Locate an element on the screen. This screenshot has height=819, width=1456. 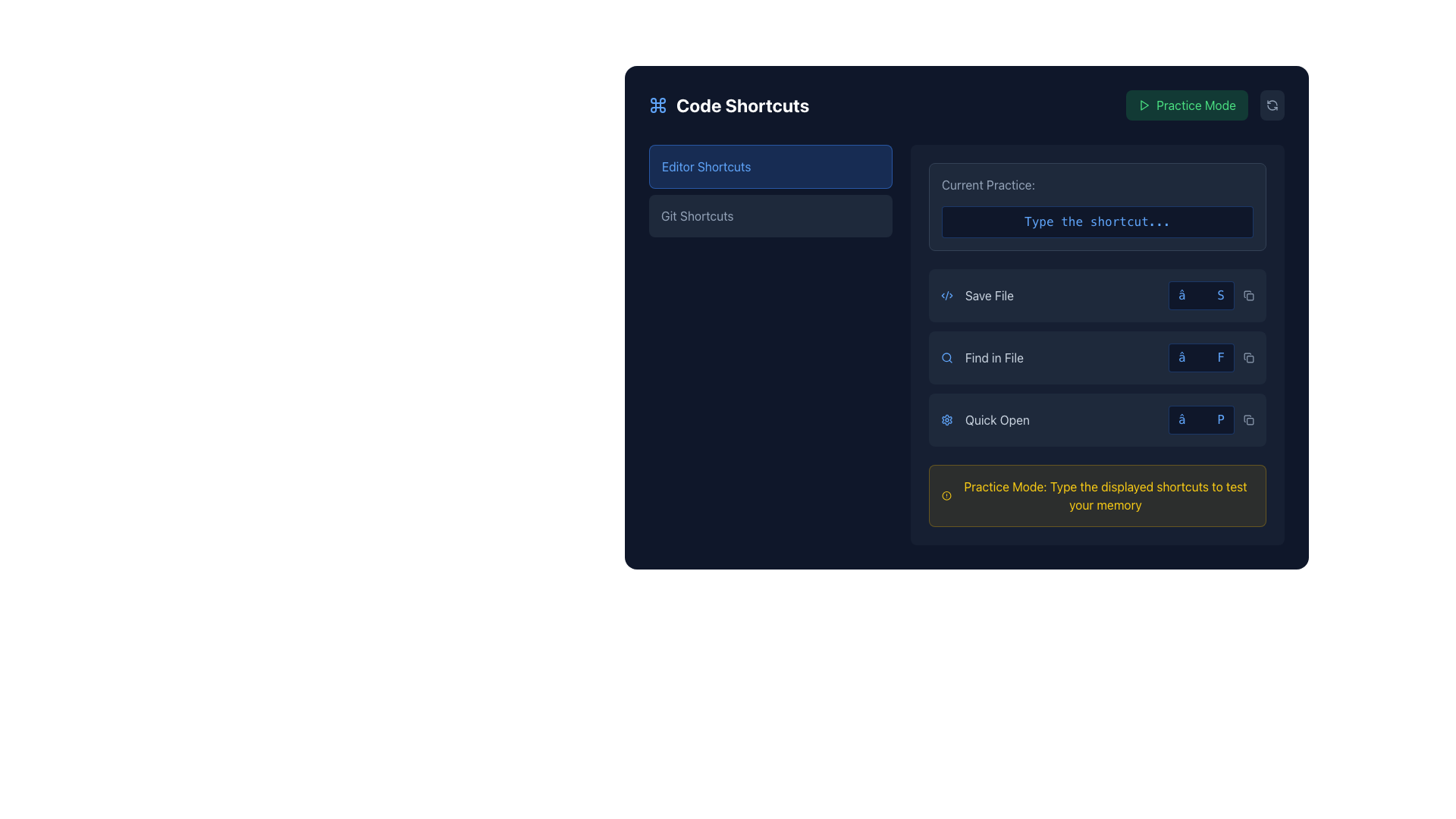
the informational banner or message box at the bottom of the interface that provides guidance on engaging with the practice mode functionality is located at coordinates (1097, 496).